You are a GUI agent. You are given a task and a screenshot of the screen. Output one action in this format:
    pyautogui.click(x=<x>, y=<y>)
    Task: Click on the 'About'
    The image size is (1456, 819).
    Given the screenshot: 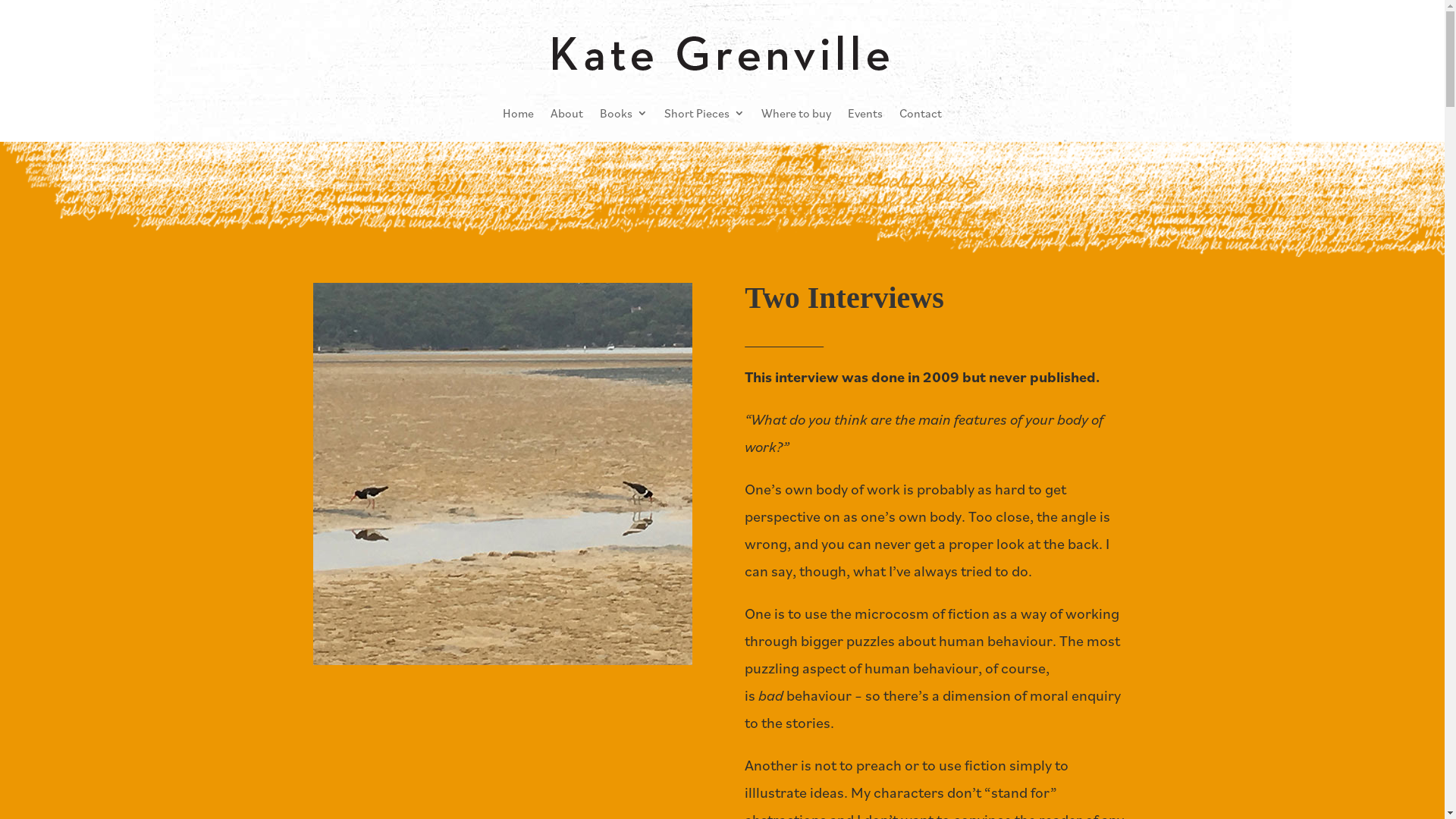 What is the action you would take?
    pyautogui.click(x=566, y=112)
    